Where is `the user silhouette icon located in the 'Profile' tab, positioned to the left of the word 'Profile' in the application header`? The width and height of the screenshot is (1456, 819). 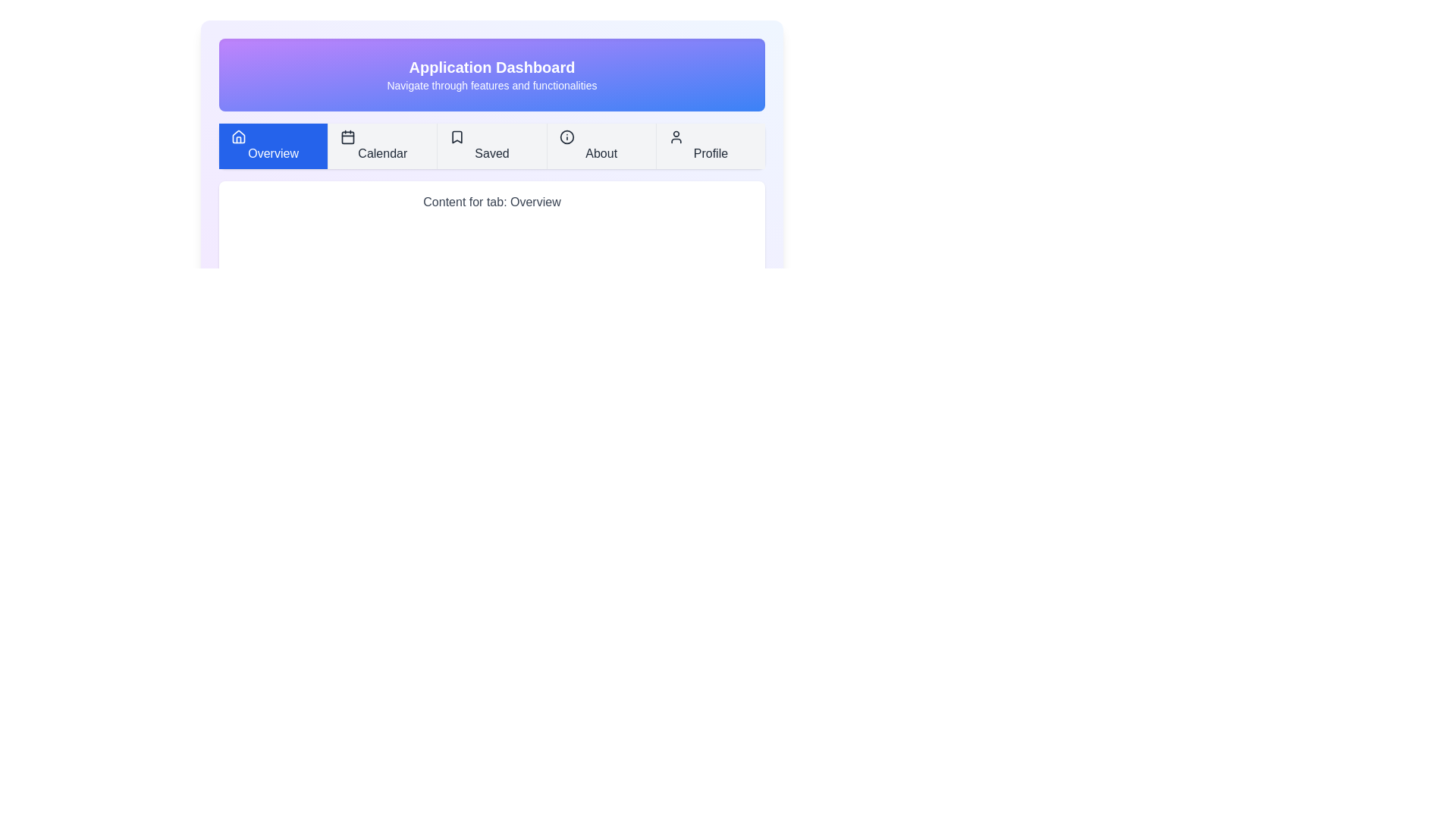
the user silhouette icon located in the 'Profile' tab, positioned to the left of the word 'Profile' in the application header is located at coordinates (675, 137).